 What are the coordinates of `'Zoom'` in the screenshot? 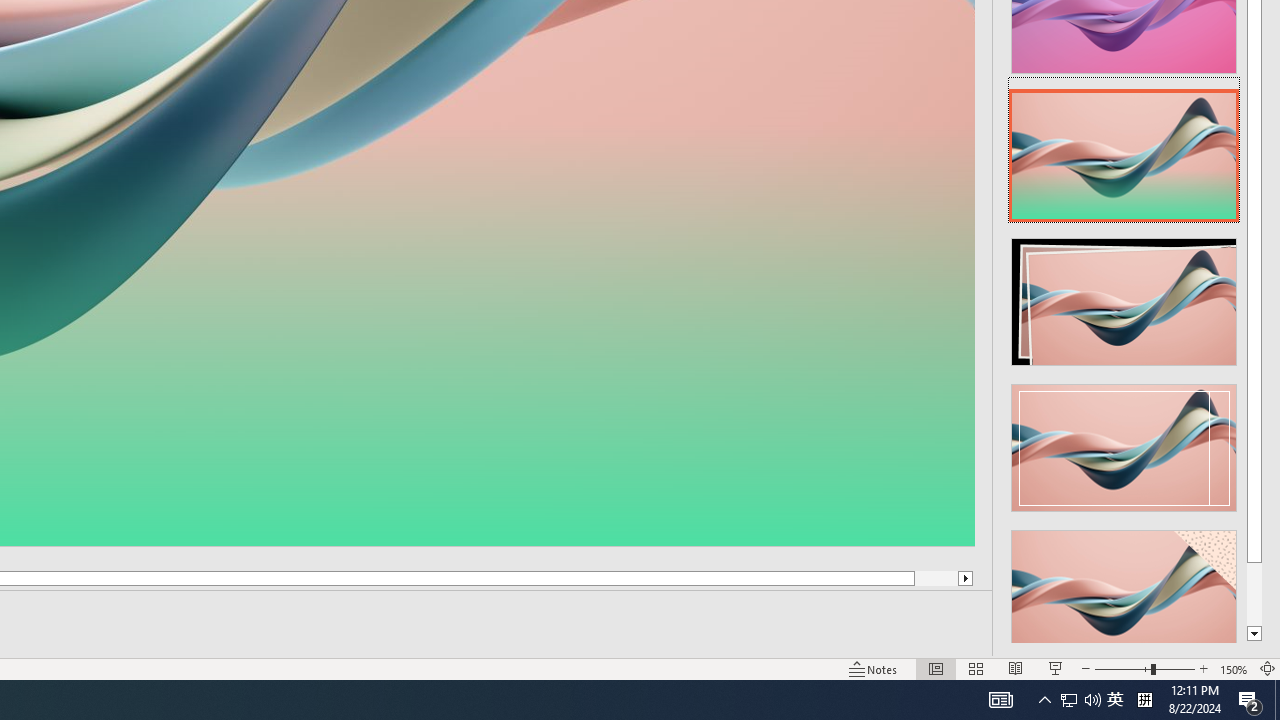 It's located at (1144, 669).